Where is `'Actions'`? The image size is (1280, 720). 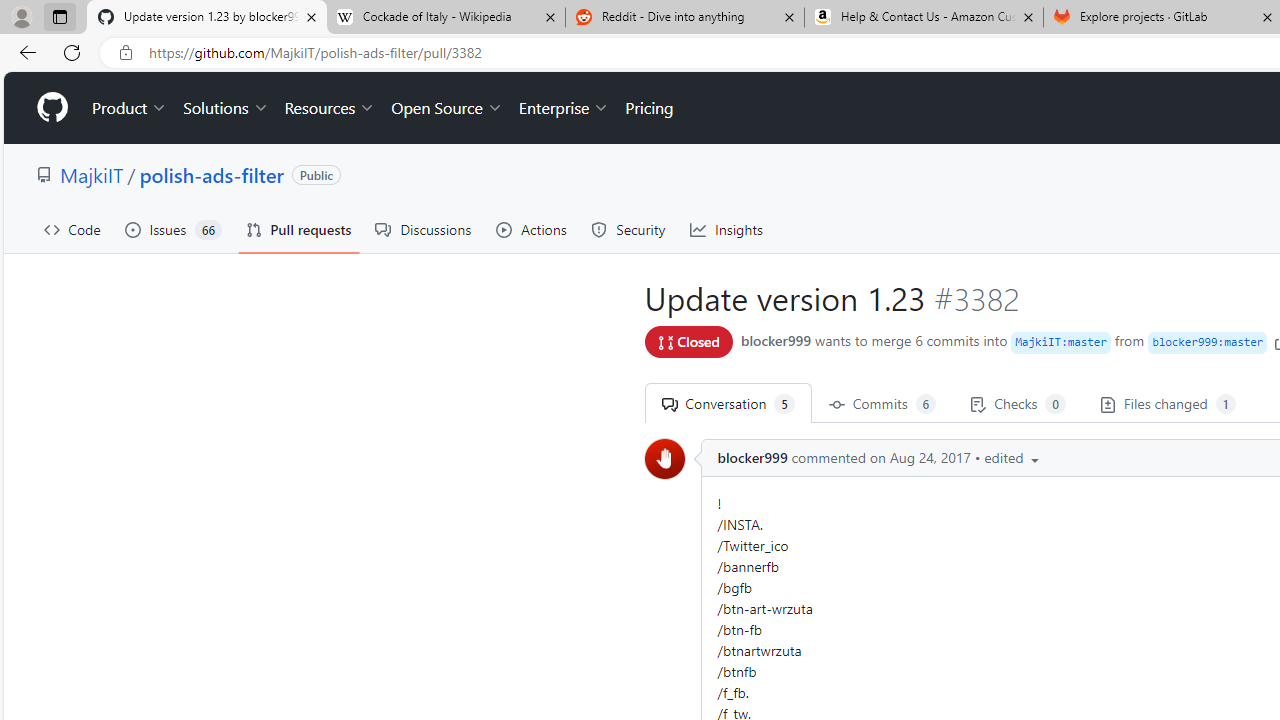
'Actions' is located at coordinates (531, 229).